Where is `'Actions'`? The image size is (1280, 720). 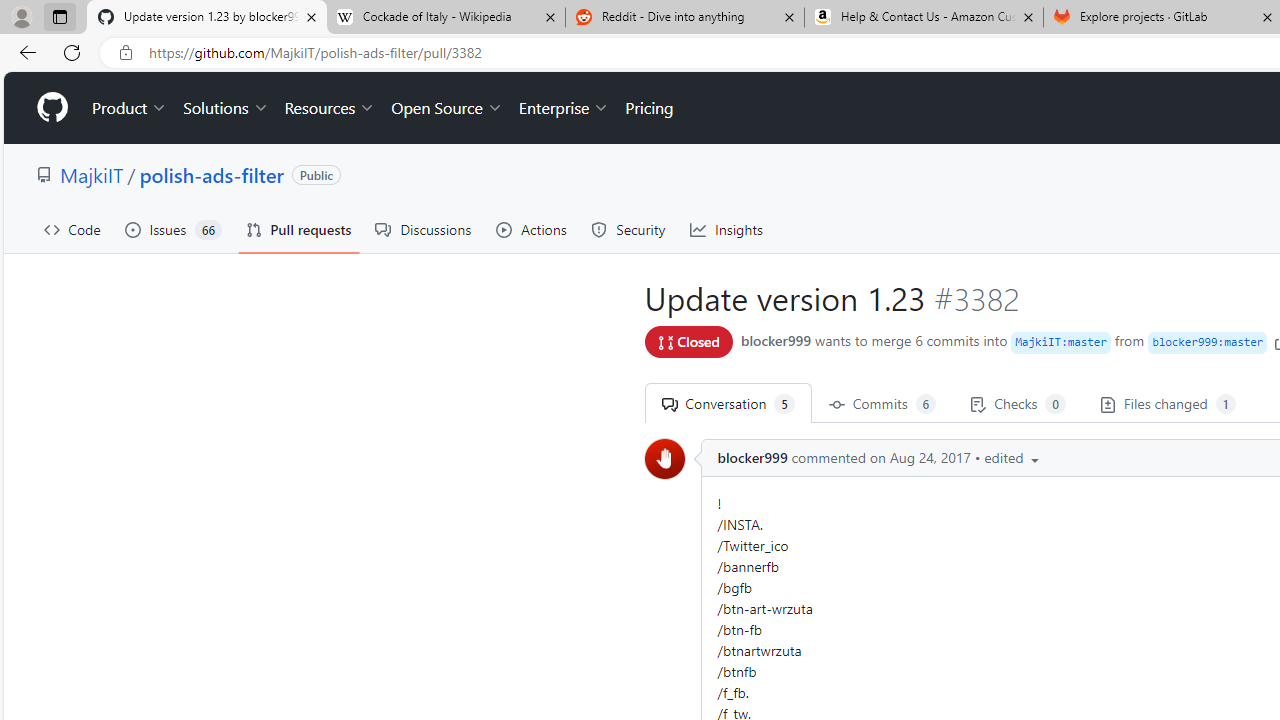
'Actions' is located at coordinates (531, 229).